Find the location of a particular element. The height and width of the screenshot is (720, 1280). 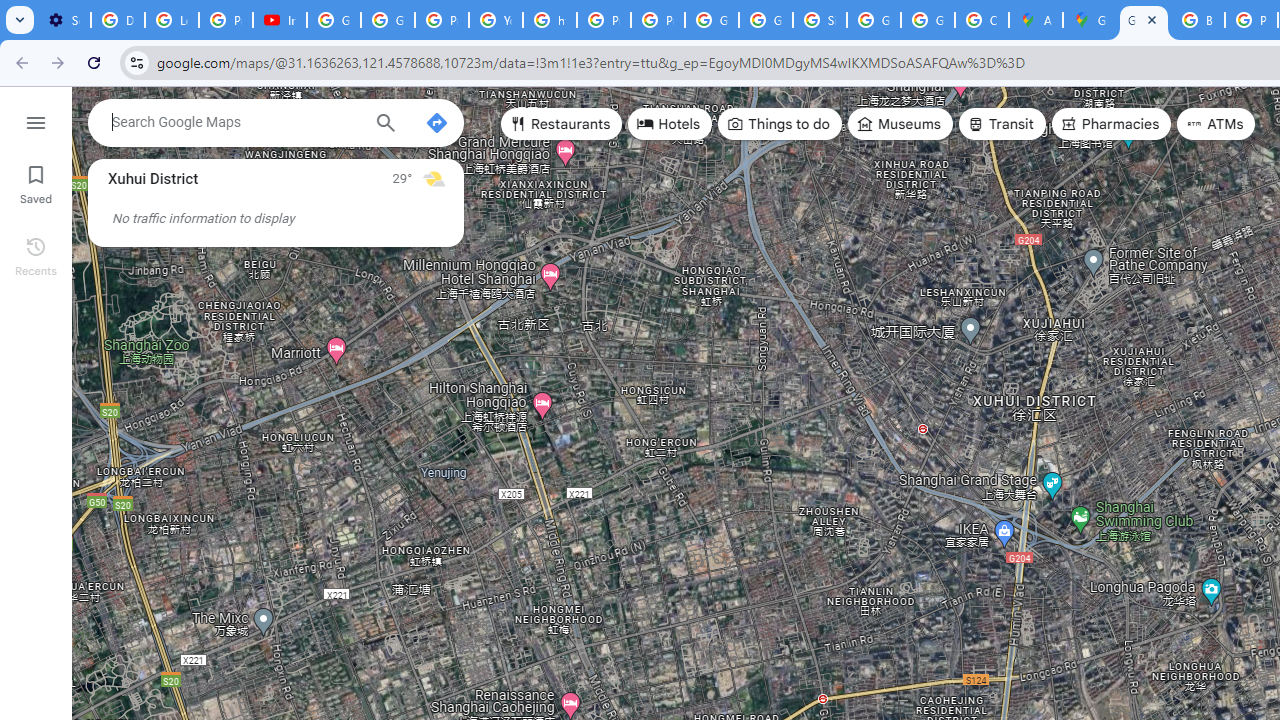

'YouTube' is located at coordinates (496, 20).